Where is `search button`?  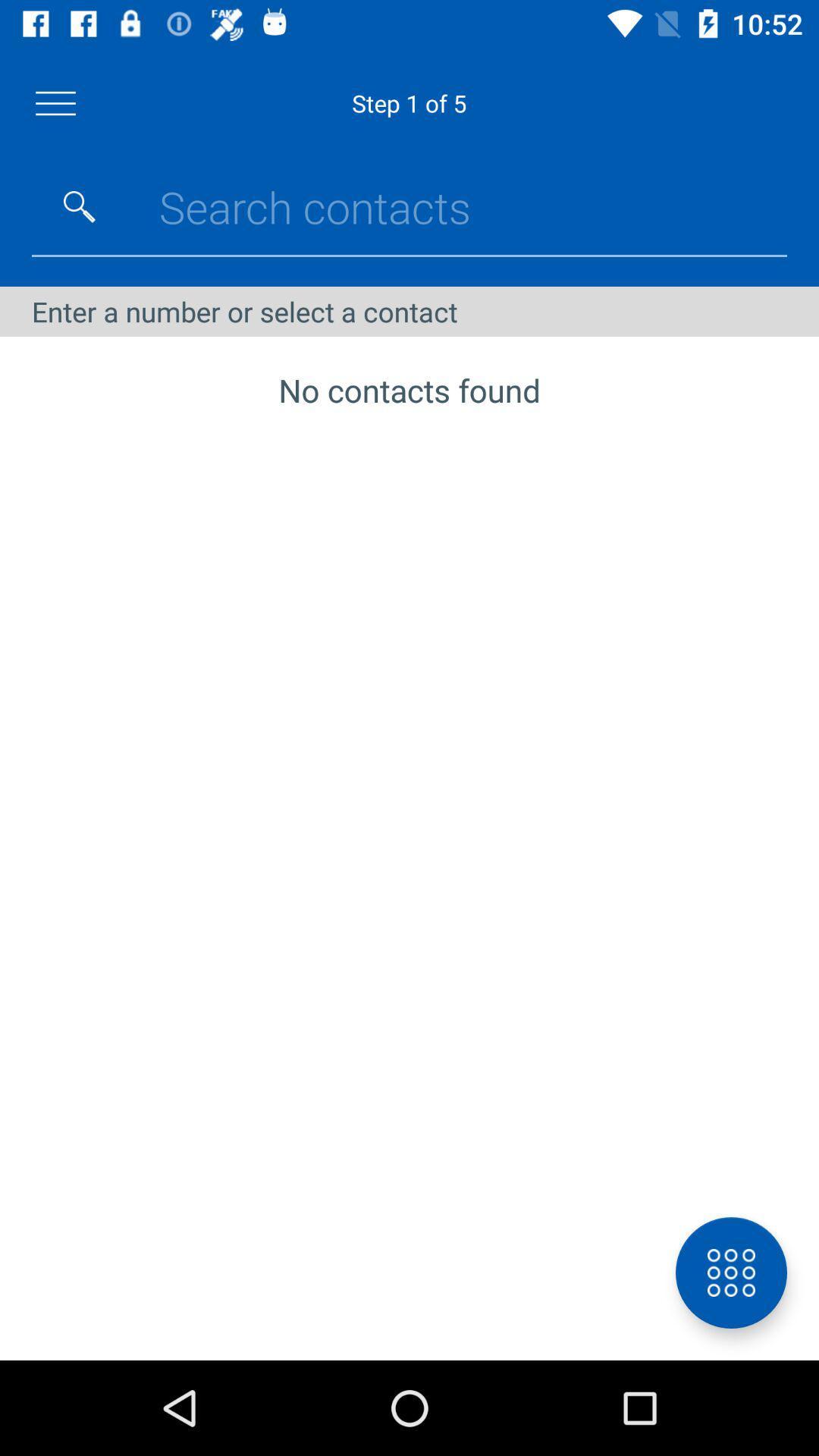 search button is located at coordinates (79, 206).